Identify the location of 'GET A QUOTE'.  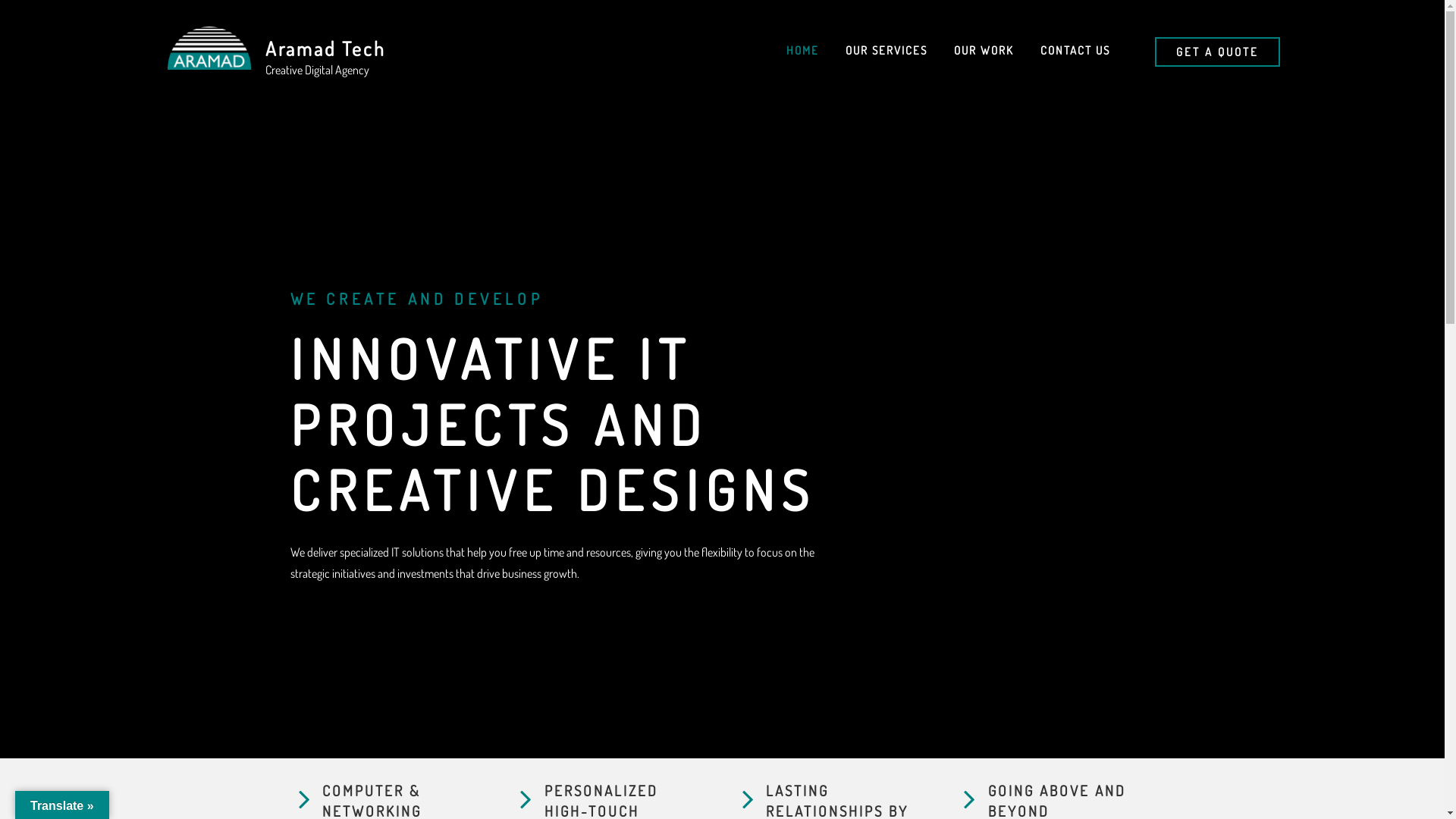
(1153, 51).